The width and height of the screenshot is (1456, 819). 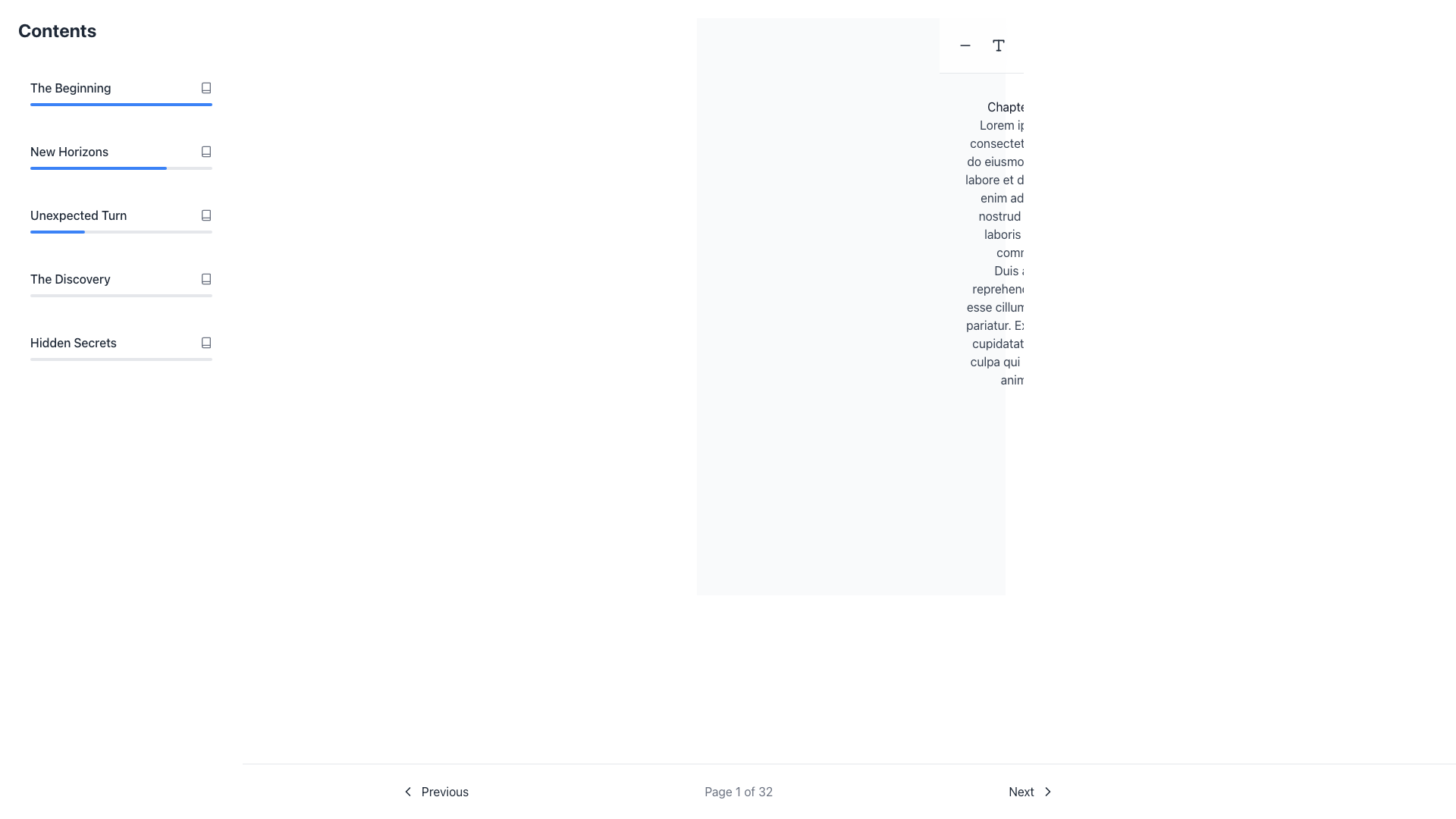 What do you see at coordinates (206, 87) in the screenshot?
I see `the small book icon outlined in dark gray, located next to the text 'The Beginning' and aligned vertically with it` at bounding box center [206, 87].